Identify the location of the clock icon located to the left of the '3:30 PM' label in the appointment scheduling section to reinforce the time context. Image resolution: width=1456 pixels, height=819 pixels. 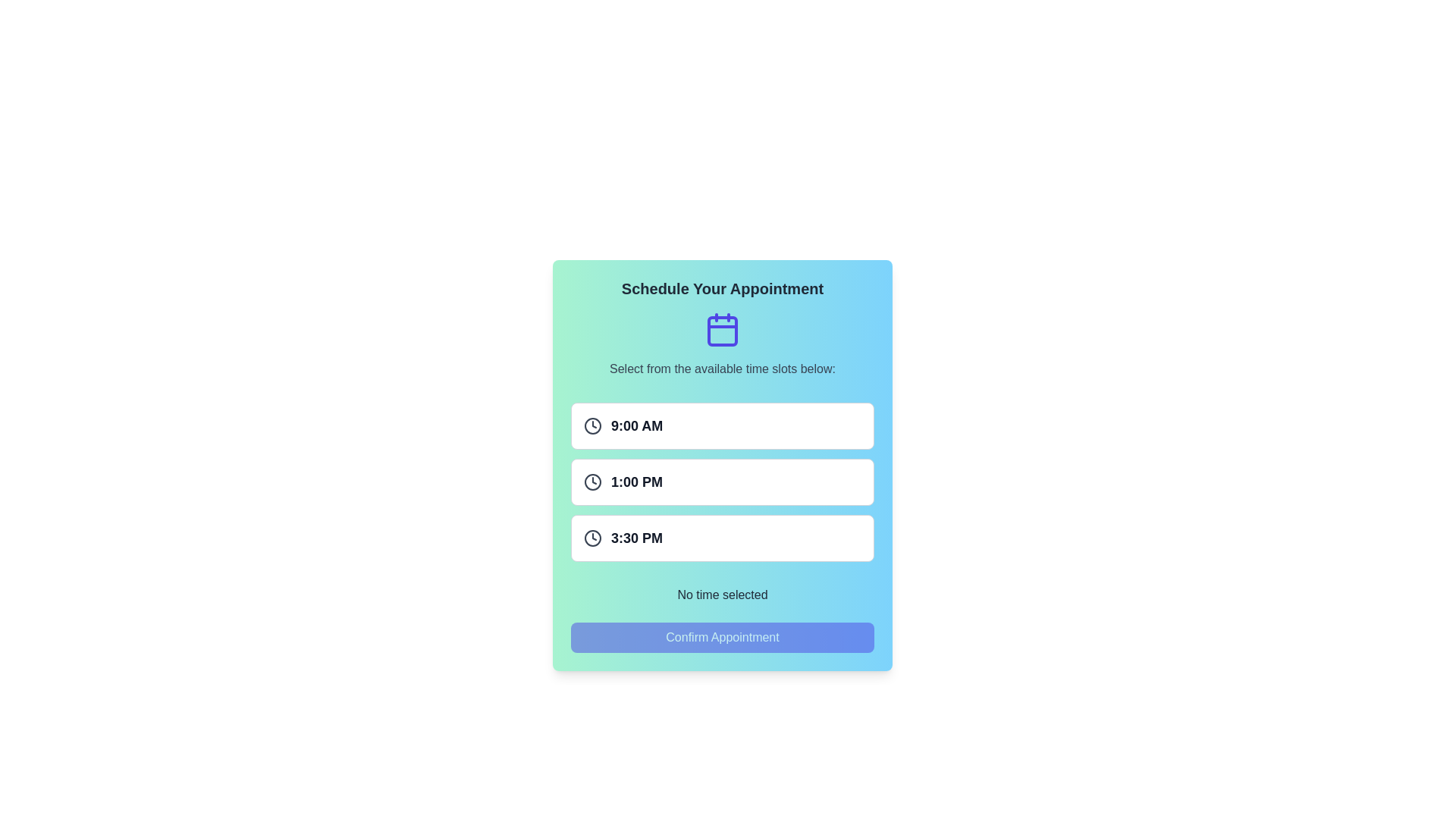
(592, 537).